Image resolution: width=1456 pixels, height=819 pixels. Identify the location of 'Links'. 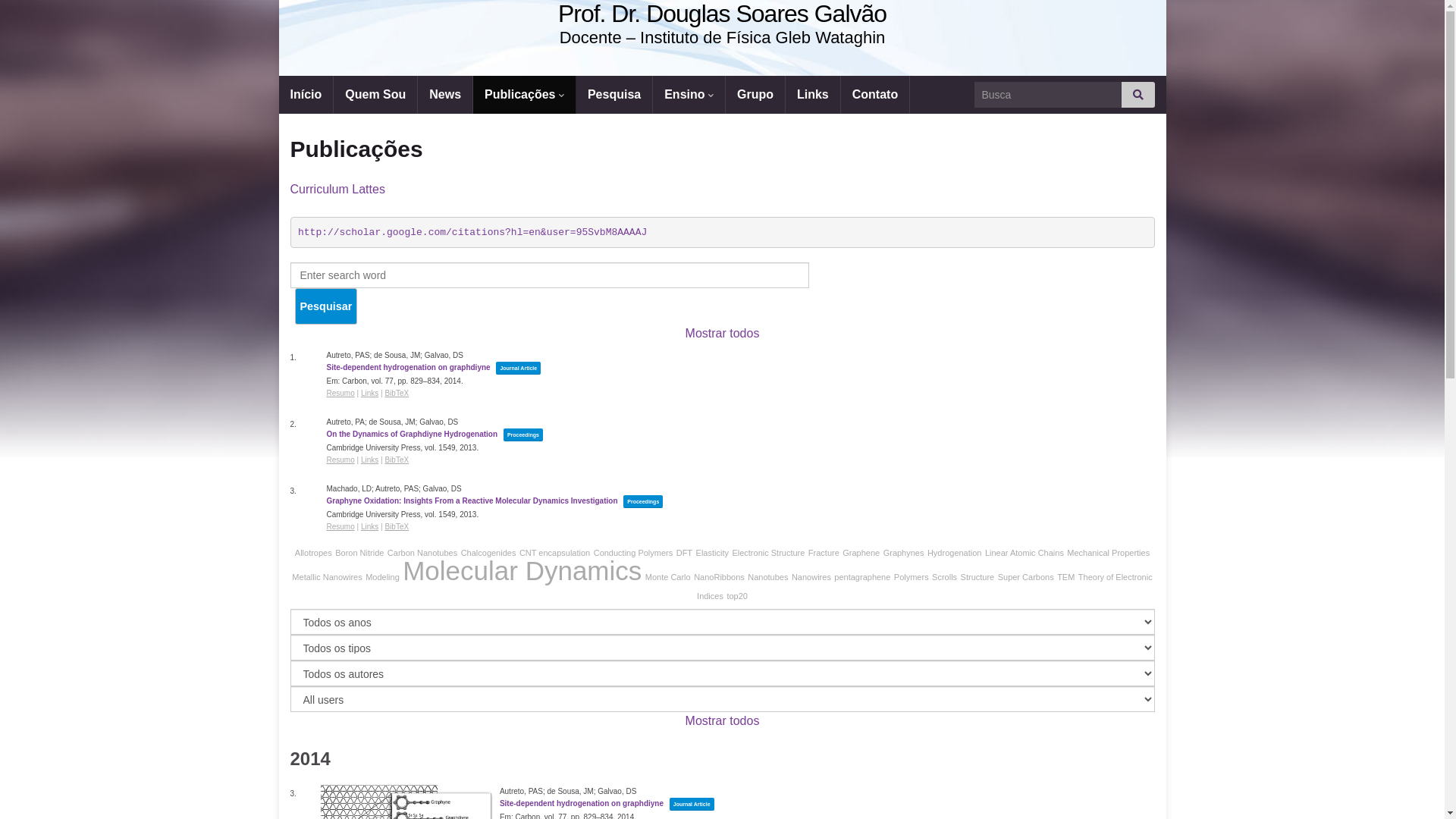
(369, 526).